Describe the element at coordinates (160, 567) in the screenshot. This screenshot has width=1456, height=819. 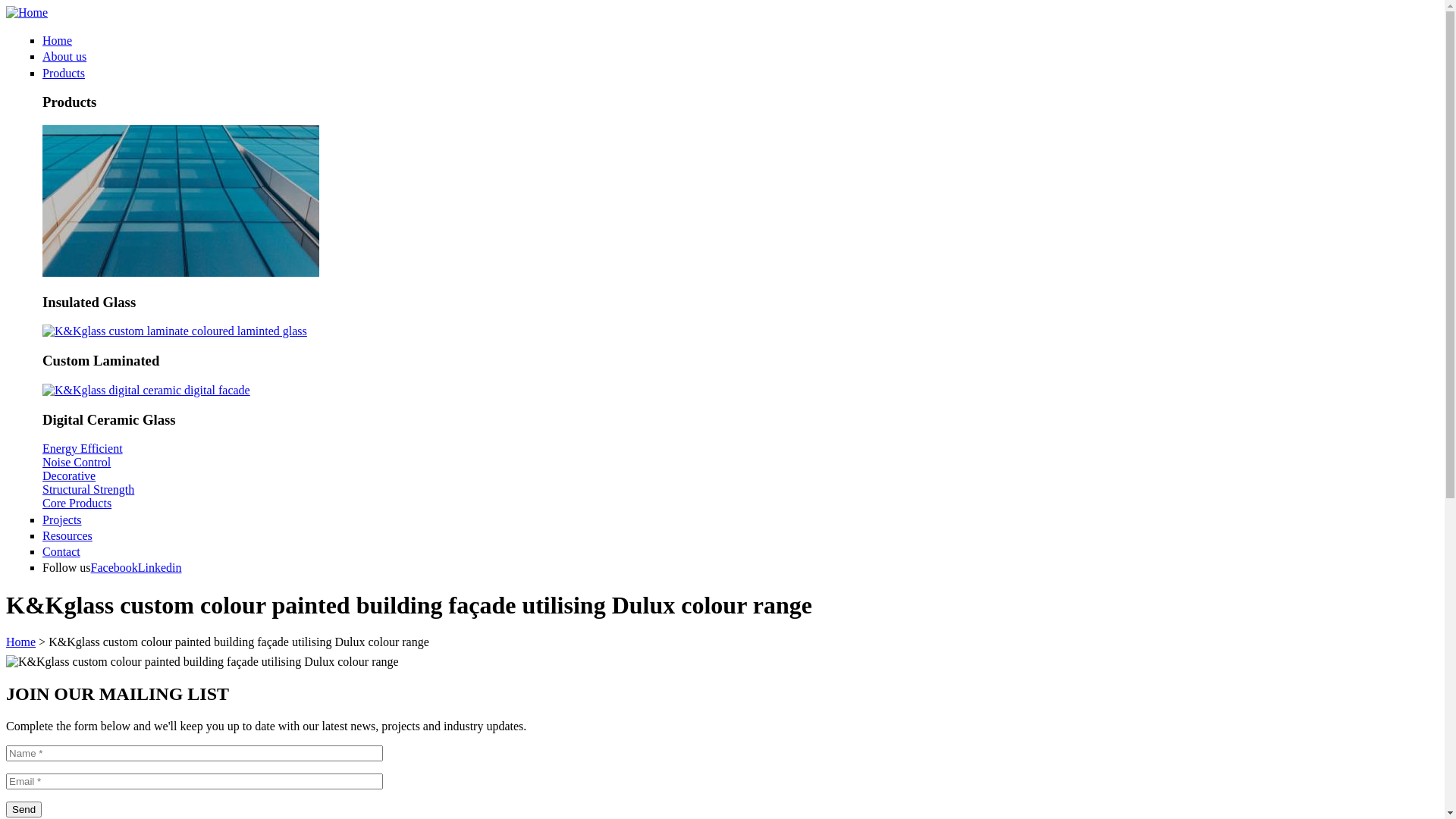
I see `'Linkedin'` at that location.